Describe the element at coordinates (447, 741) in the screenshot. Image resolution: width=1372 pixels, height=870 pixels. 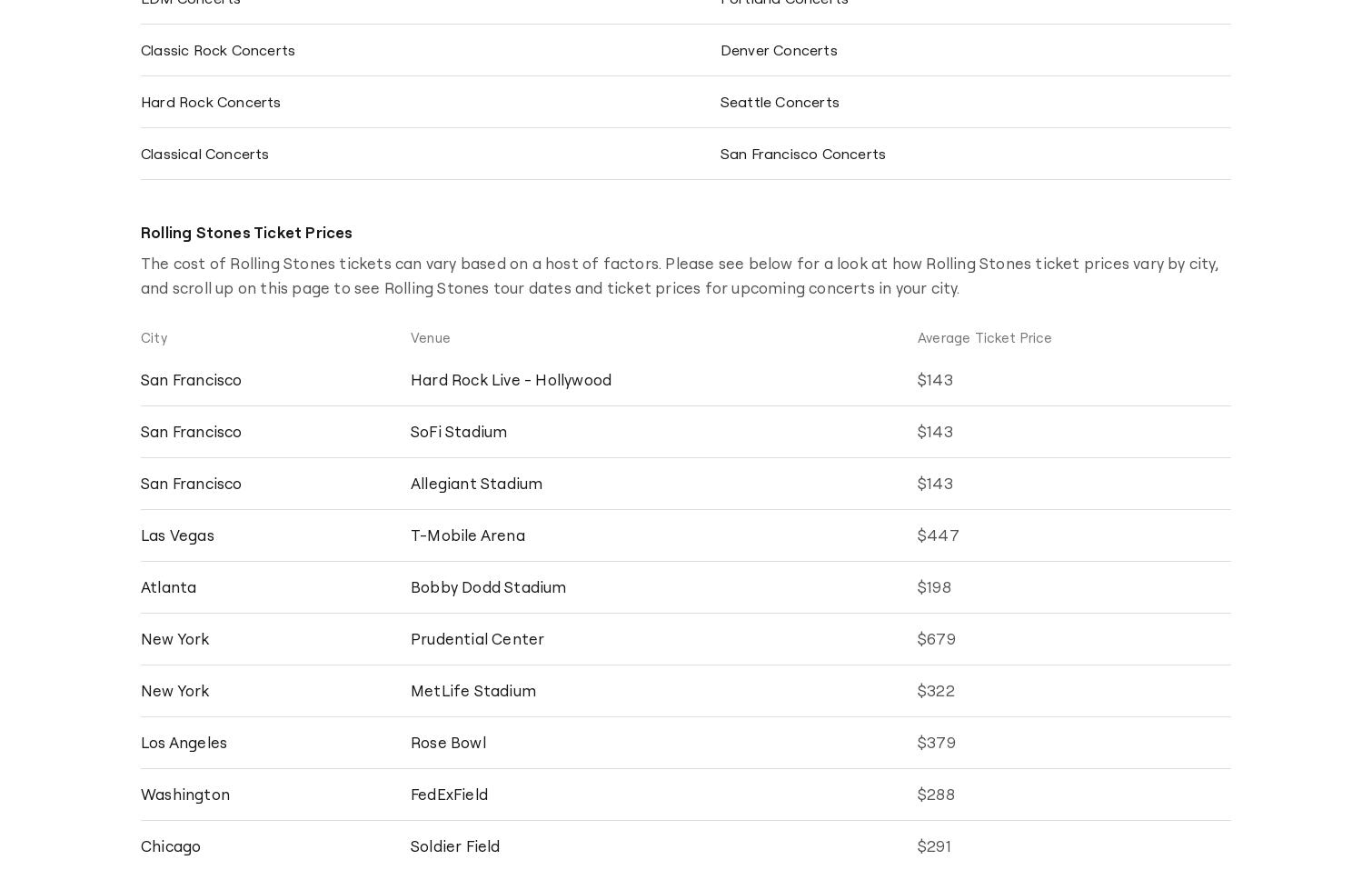
I see `'Rose Bowl'` at that location.